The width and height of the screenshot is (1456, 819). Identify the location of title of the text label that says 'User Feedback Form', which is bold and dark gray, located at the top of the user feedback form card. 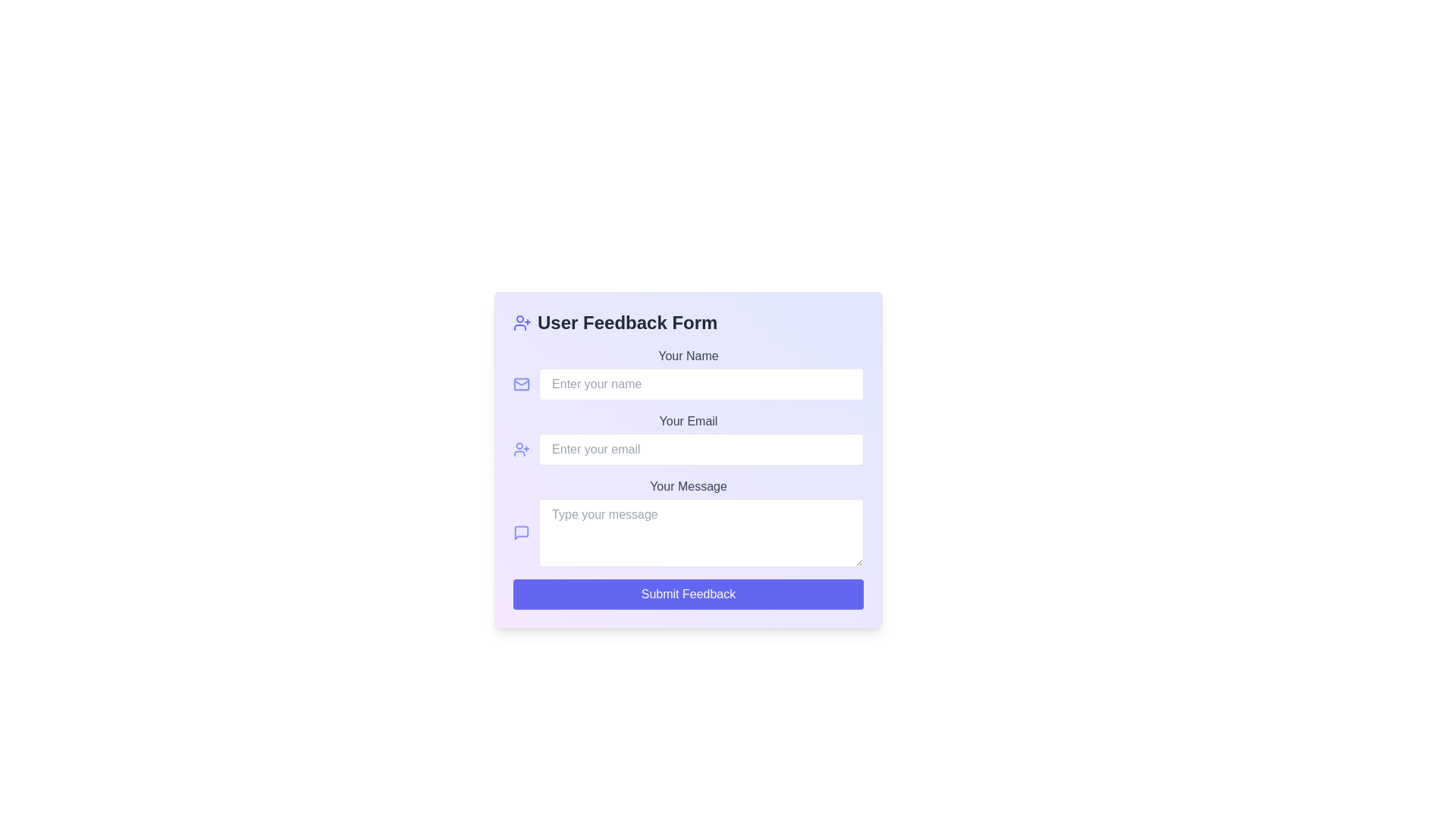
(687, 322).